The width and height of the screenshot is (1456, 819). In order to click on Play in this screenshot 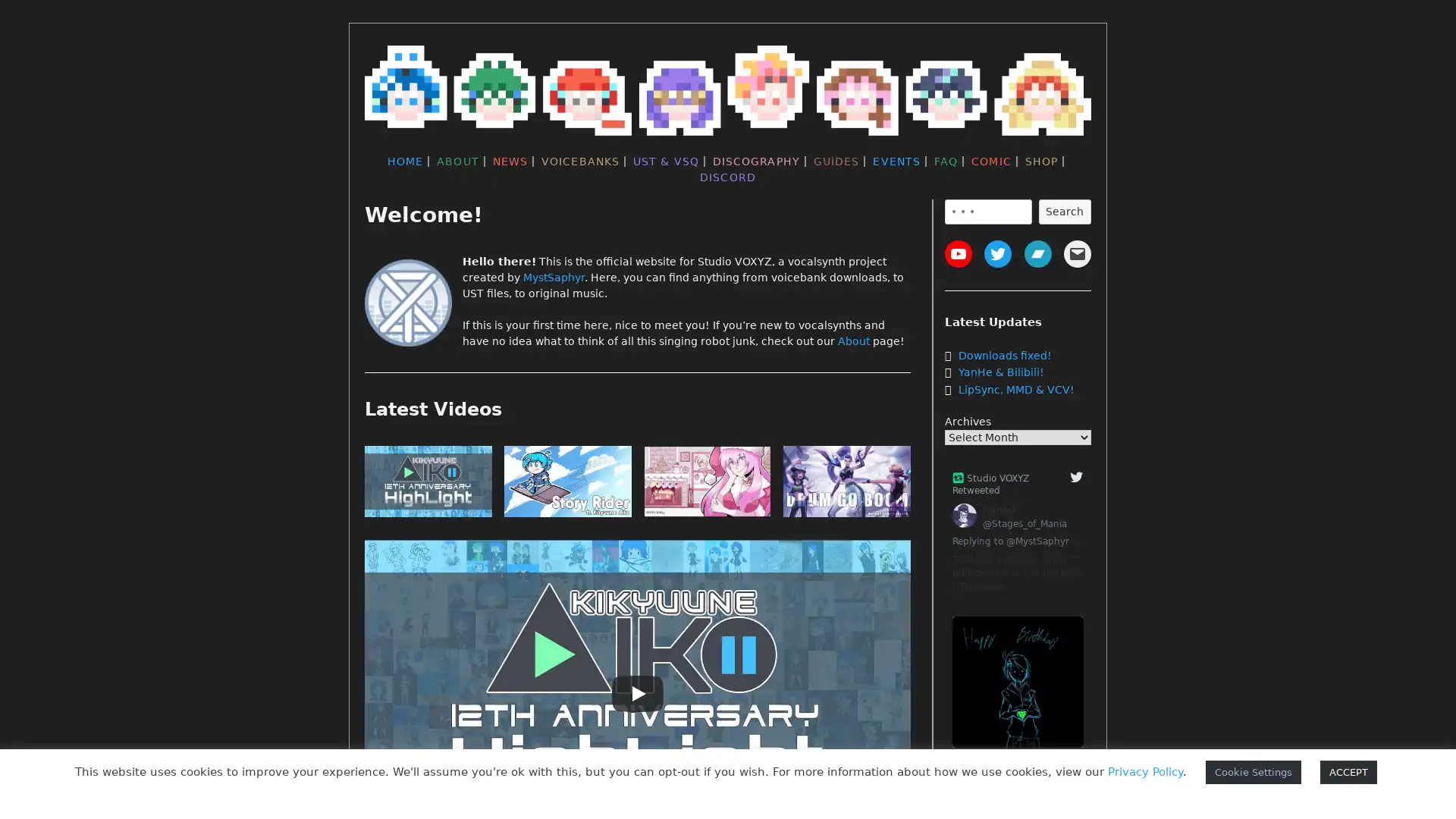, I will do `click(637, 693)`.